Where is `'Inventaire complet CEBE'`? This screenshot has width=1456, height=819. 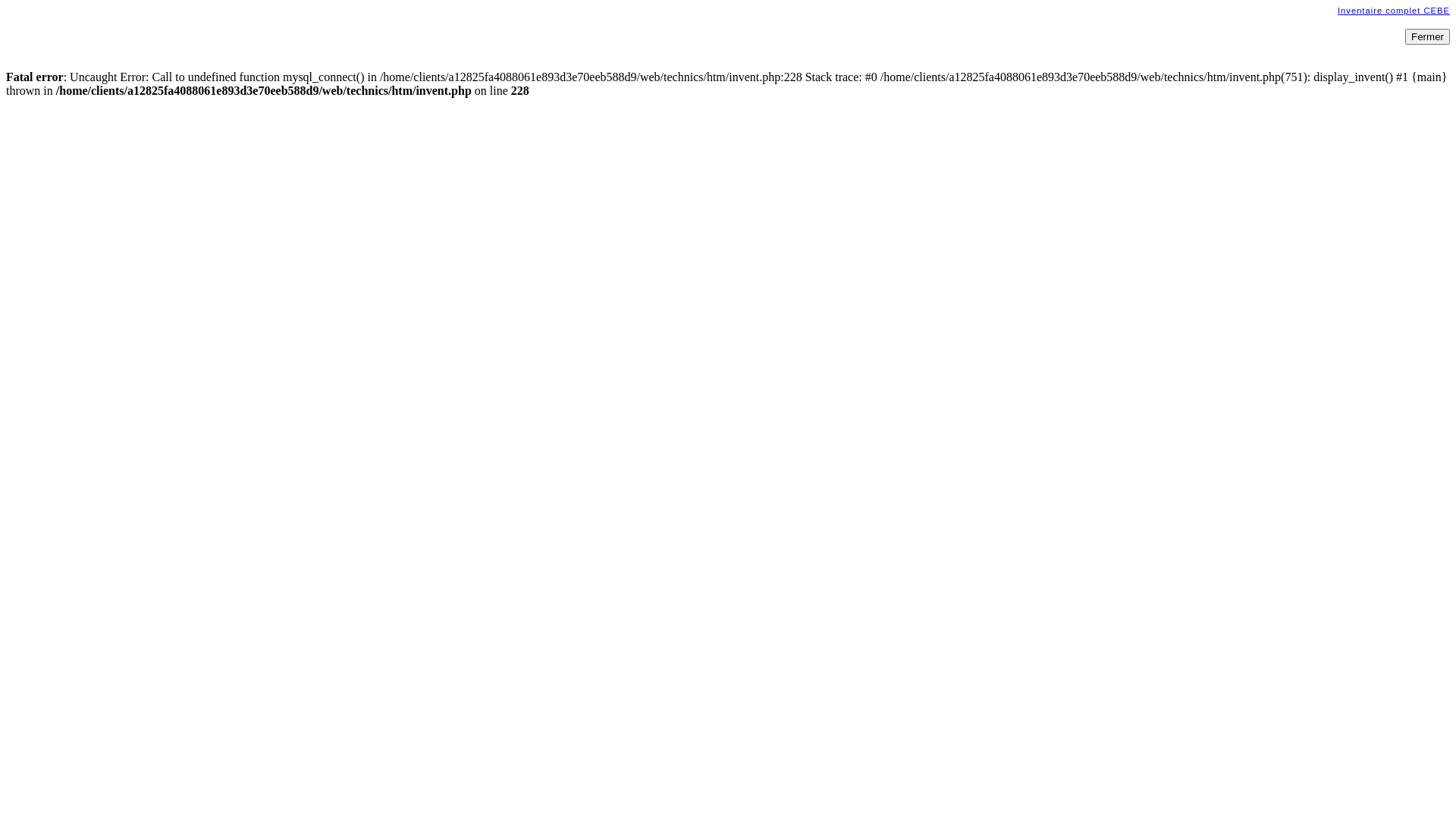 'Inventaire complet CEBE' is located at coordinates (1337, 11).